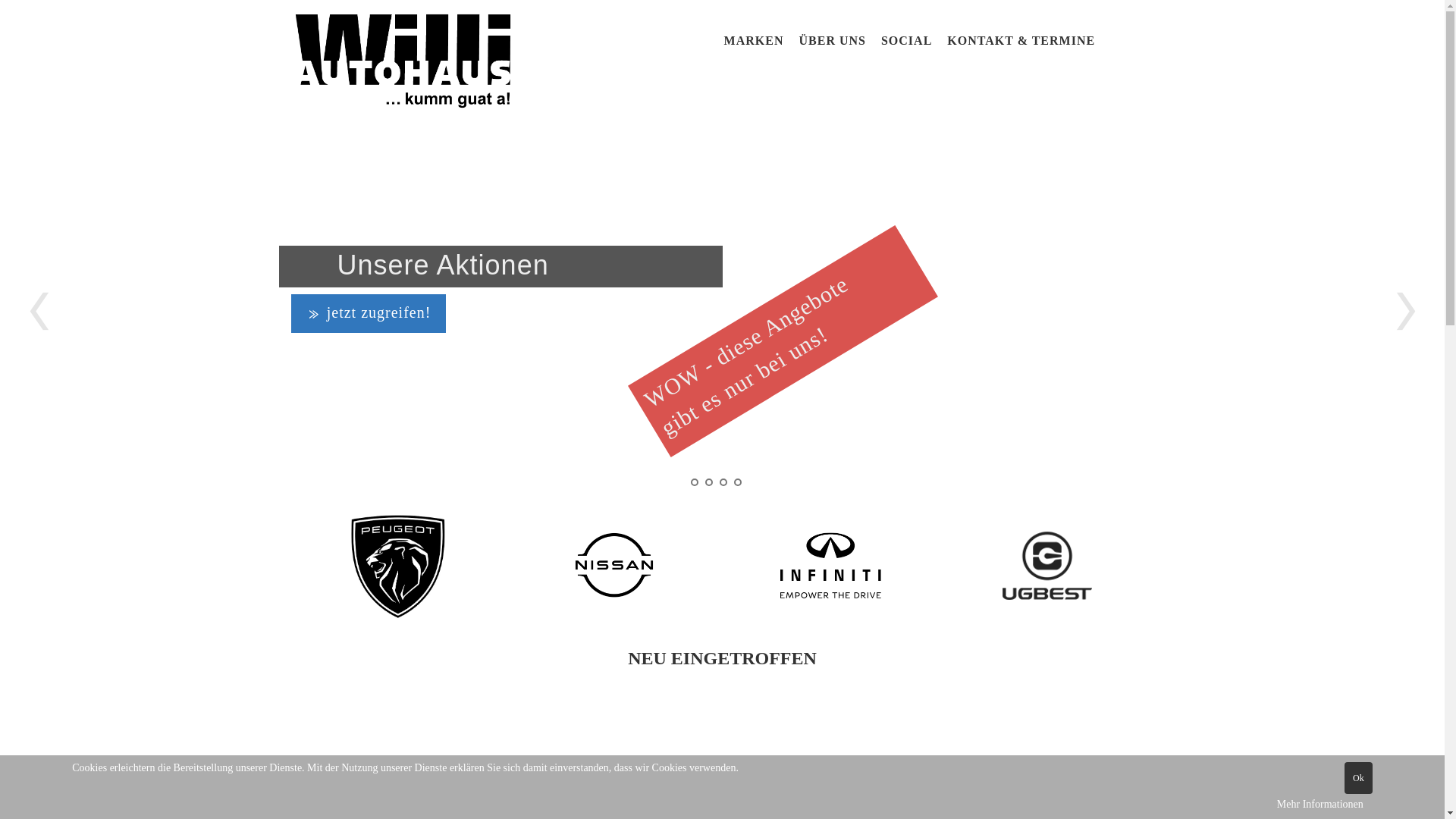  What do you see at coordinates (880, 40) in the screenshot?
I see `'SOCIAL'` at bounding box center [880, 40].